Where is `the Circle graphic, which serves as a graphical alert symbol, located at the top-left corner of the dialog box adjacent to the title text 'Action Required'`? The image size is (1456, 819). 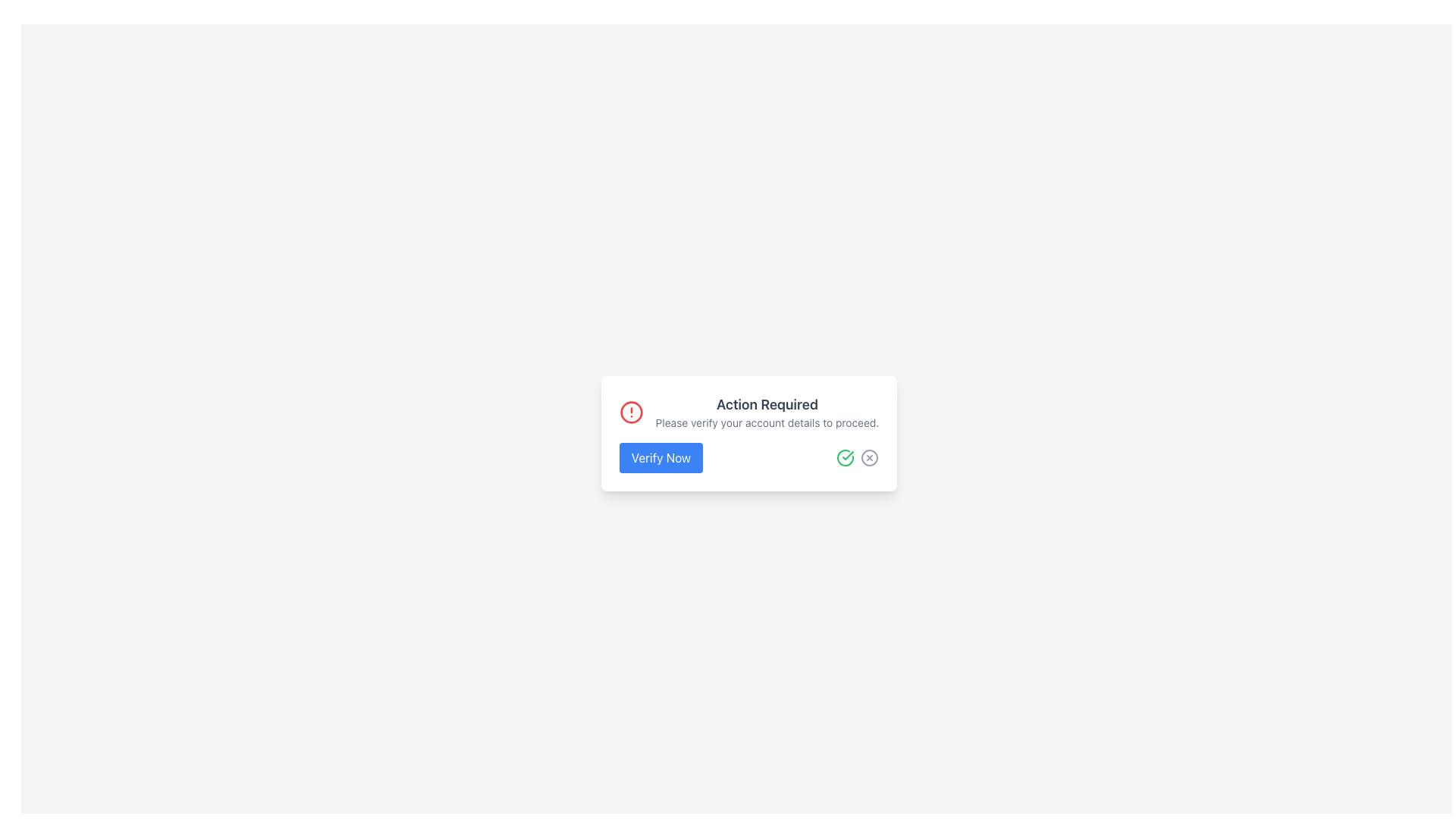 the Circle graphic, which serves as a graphical alert symbol, located at the top-left corner of the dialog box adjacent to the title text 'Action Required' is located at coordinates (631, 412).